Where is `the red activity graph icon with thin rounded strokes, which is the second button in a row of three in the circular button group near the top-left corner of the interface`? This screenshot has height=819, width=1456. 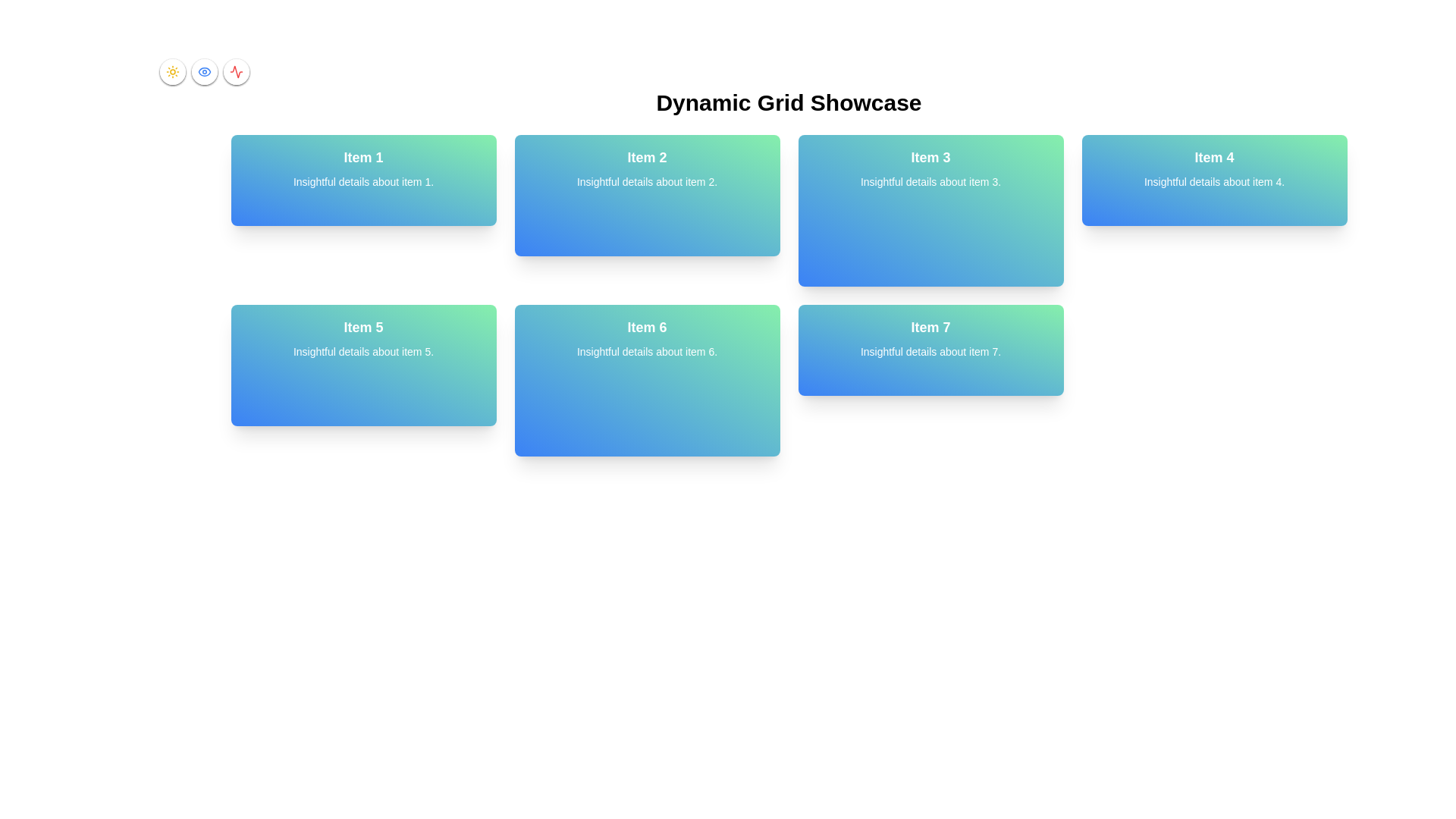 the red activity graph icon with thin rounded strokes, which is the second button in a row of three in the circular button group near the top-left corner of the interface is located at coordinates (236, 72).